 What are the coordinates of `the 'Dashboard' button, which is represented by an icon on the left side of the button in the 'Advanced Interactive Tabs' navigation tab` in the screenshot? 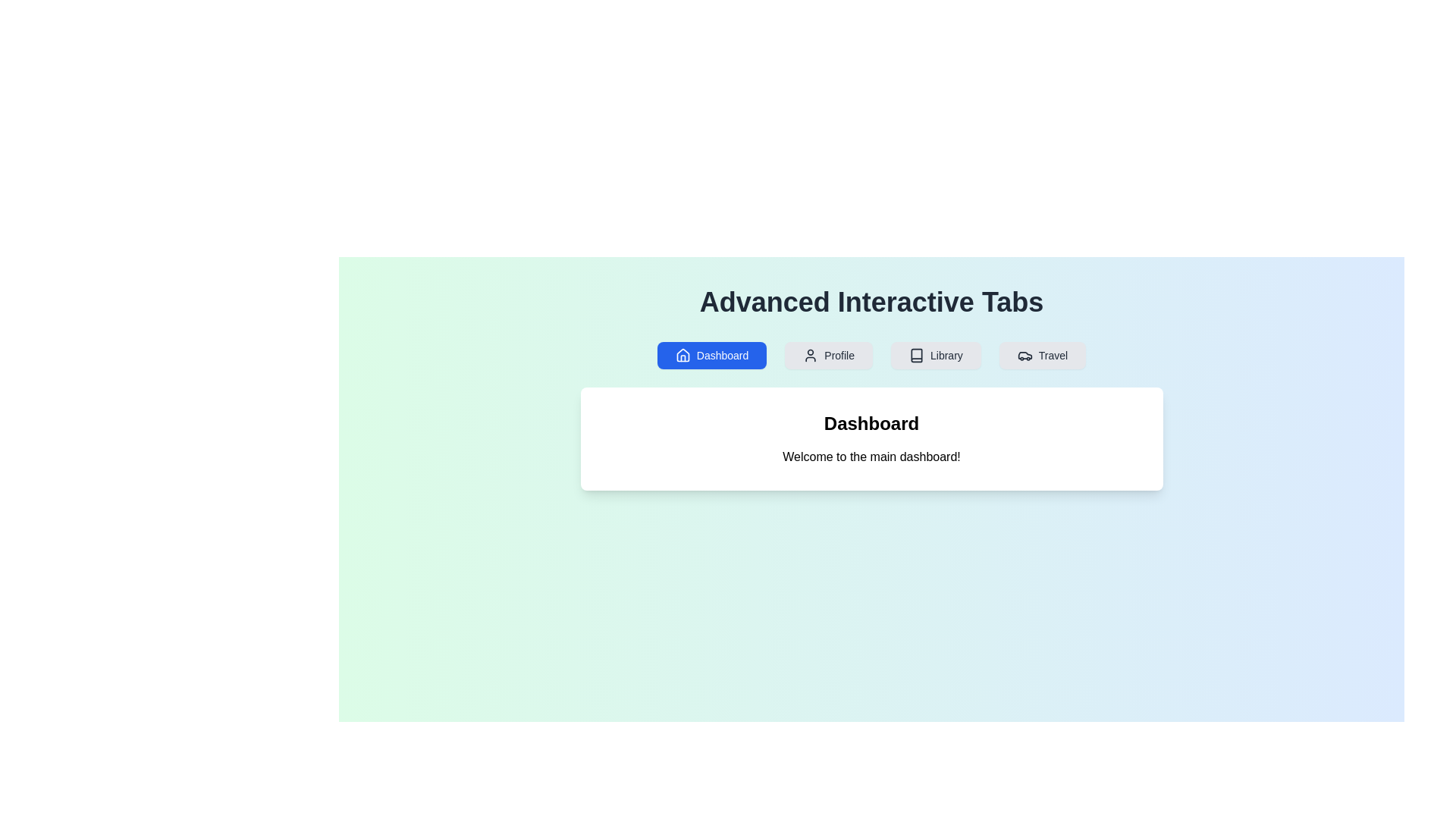 It's located at (682, 356).